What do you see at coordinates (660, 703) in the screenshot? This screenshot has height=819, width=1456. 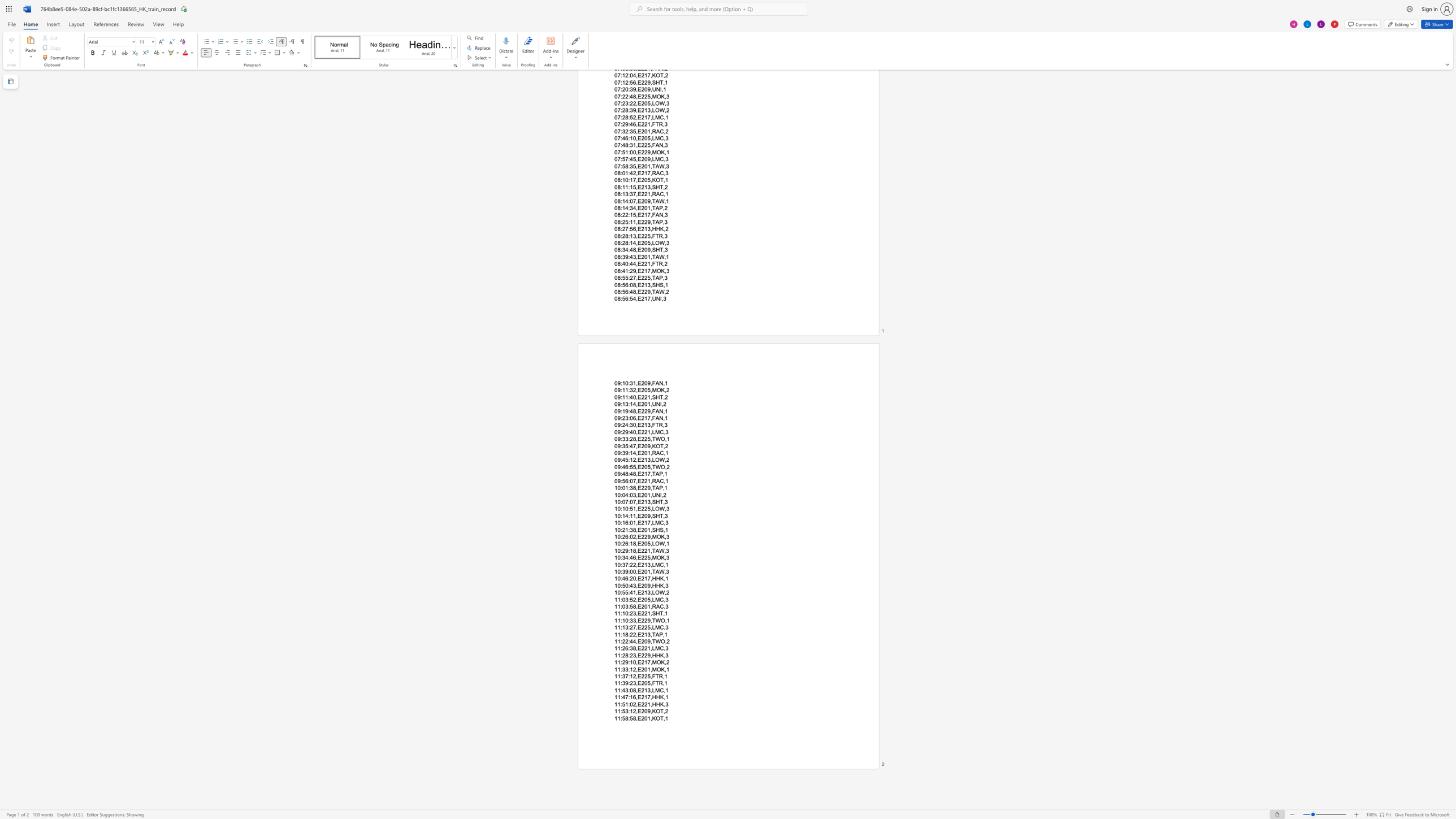 I see `the subset text "K,3" within the text "11:51:02,E221,HHK,3"` at bounding box center [660, 703].